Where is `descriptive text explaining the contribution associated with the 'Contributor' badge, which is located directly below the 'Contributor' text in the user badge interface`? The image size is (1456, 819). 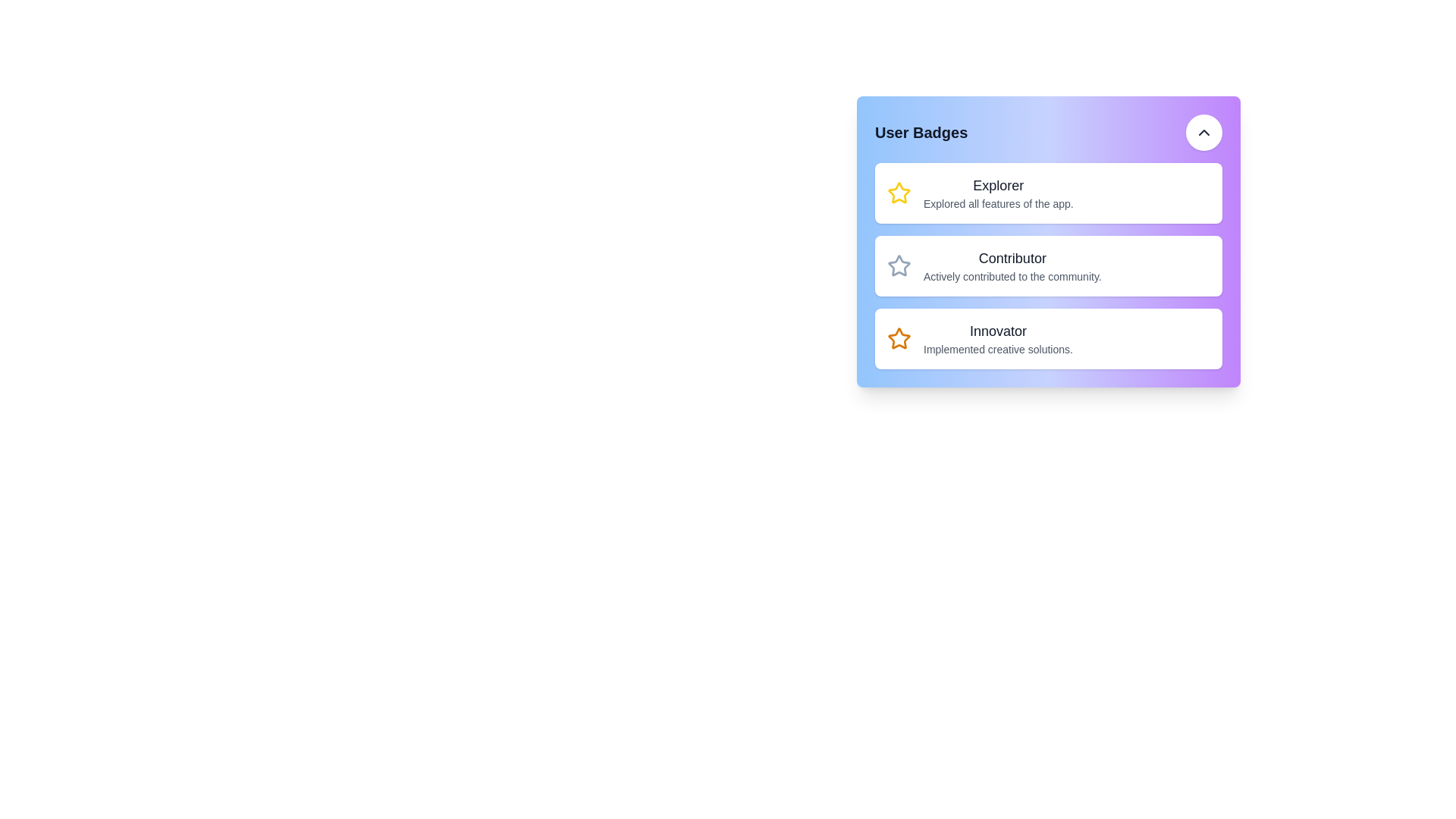 descriptive text explaining the contribution associated with the 'Contributor' badge, which is located directly below the 'Contributor' text in the user badge interface is located at coordinates (1012, 277).